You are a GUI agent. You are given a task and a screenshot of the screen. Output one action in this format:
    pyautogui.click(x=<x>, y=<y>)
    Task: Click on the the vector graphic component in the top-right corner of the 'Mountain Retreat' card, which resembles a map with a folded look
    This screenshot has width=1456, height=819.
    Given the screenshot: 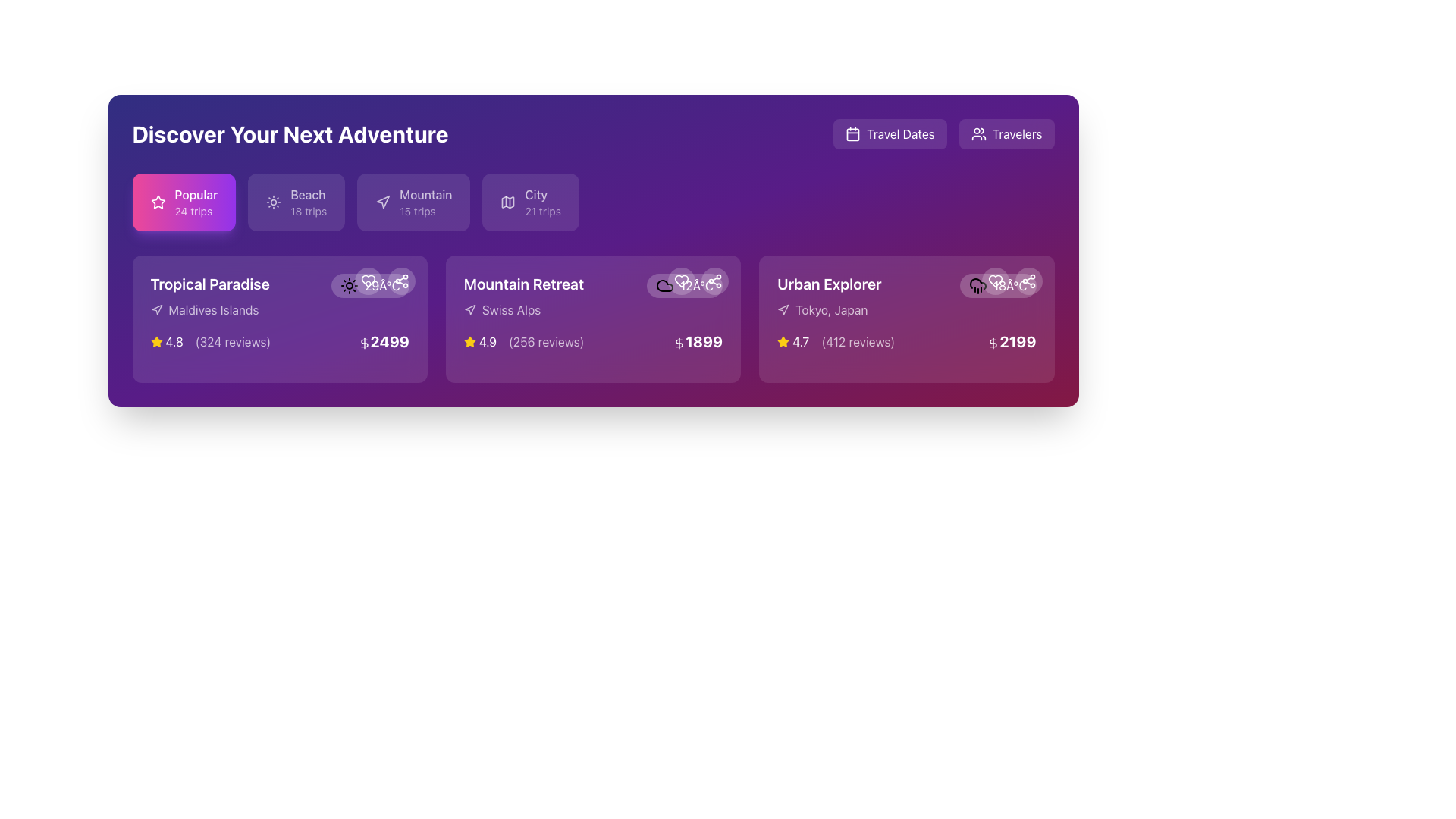 What is the action you would take?
    pyautogui.click(x=508, y=201)
    